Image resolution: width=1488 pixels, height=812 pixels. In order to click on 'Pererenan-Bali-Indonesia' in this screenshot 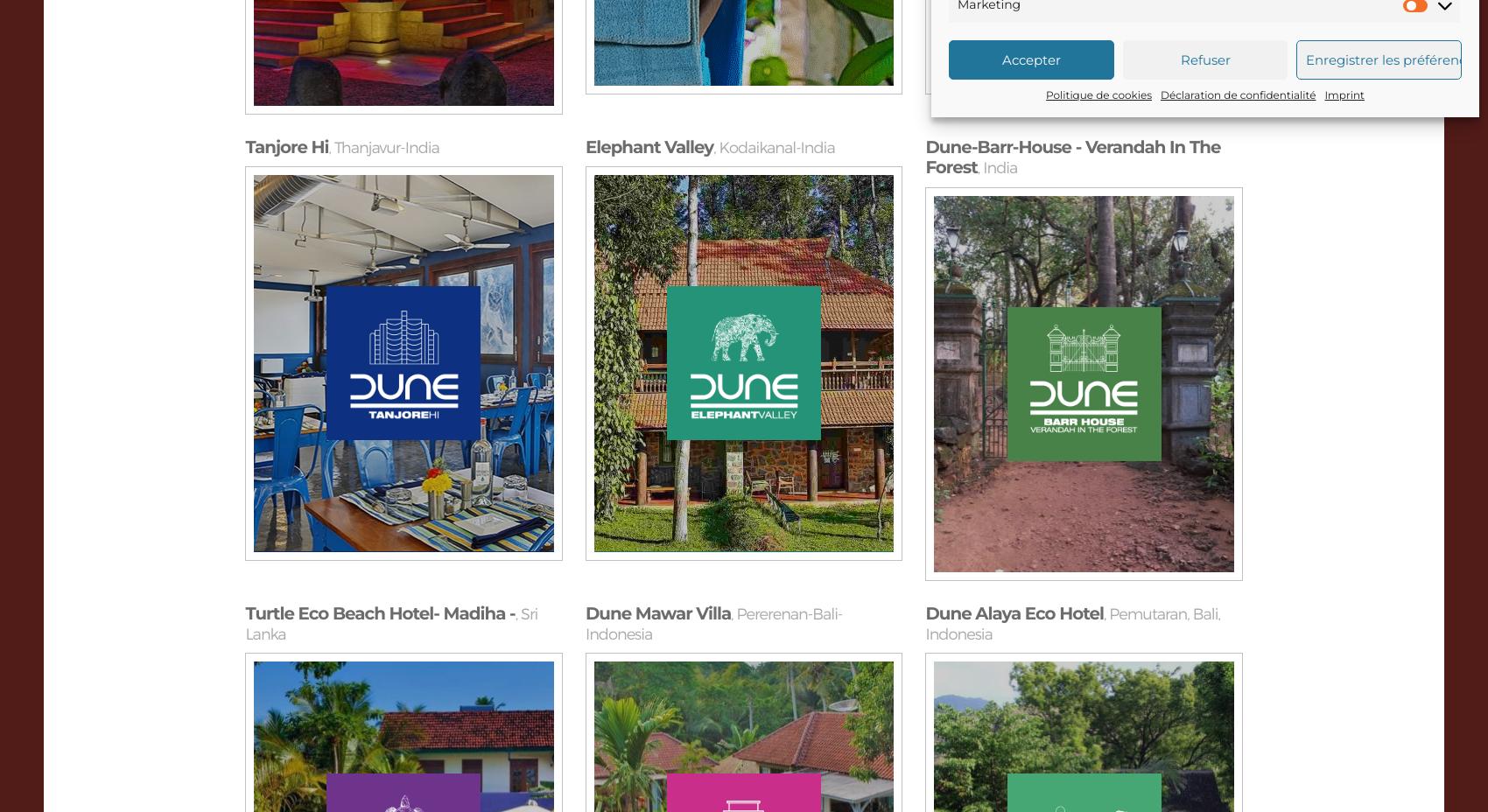, I will do `click(712, 624)`.